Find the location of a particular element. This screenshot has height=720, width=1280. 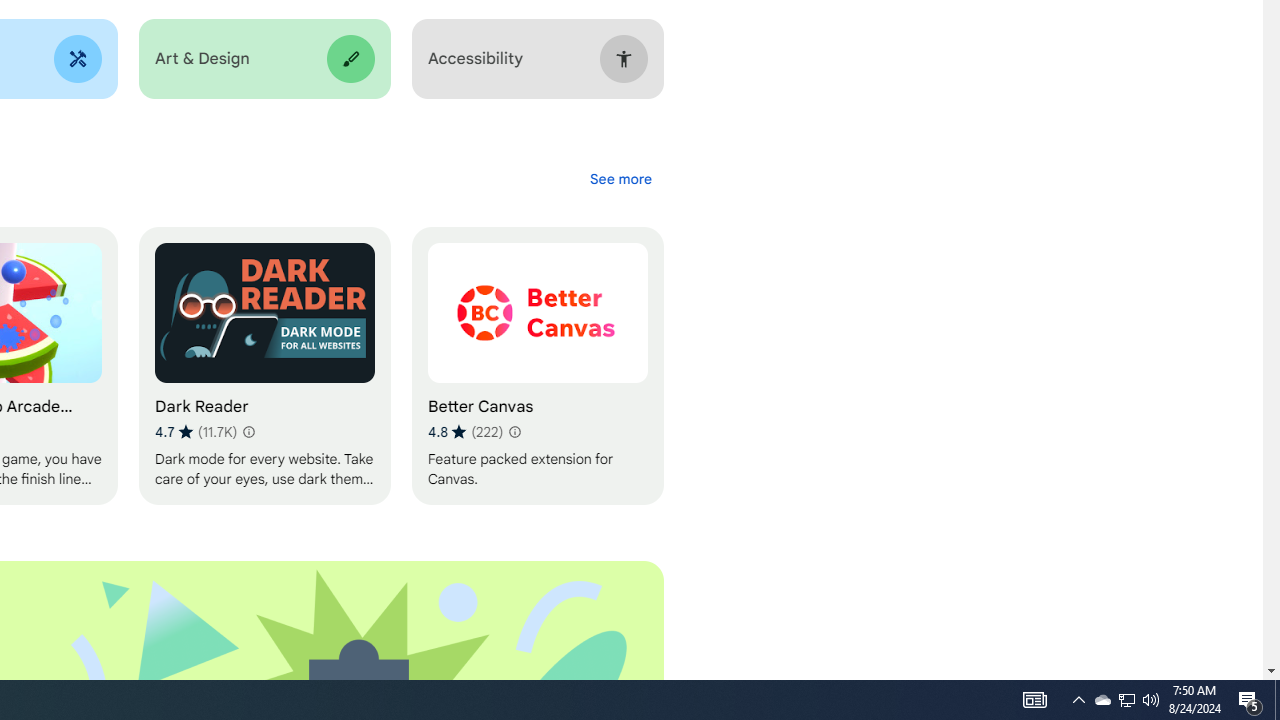

'Learn more about results and reviews "Dark Reader"' is located at coordinates (246, 431).